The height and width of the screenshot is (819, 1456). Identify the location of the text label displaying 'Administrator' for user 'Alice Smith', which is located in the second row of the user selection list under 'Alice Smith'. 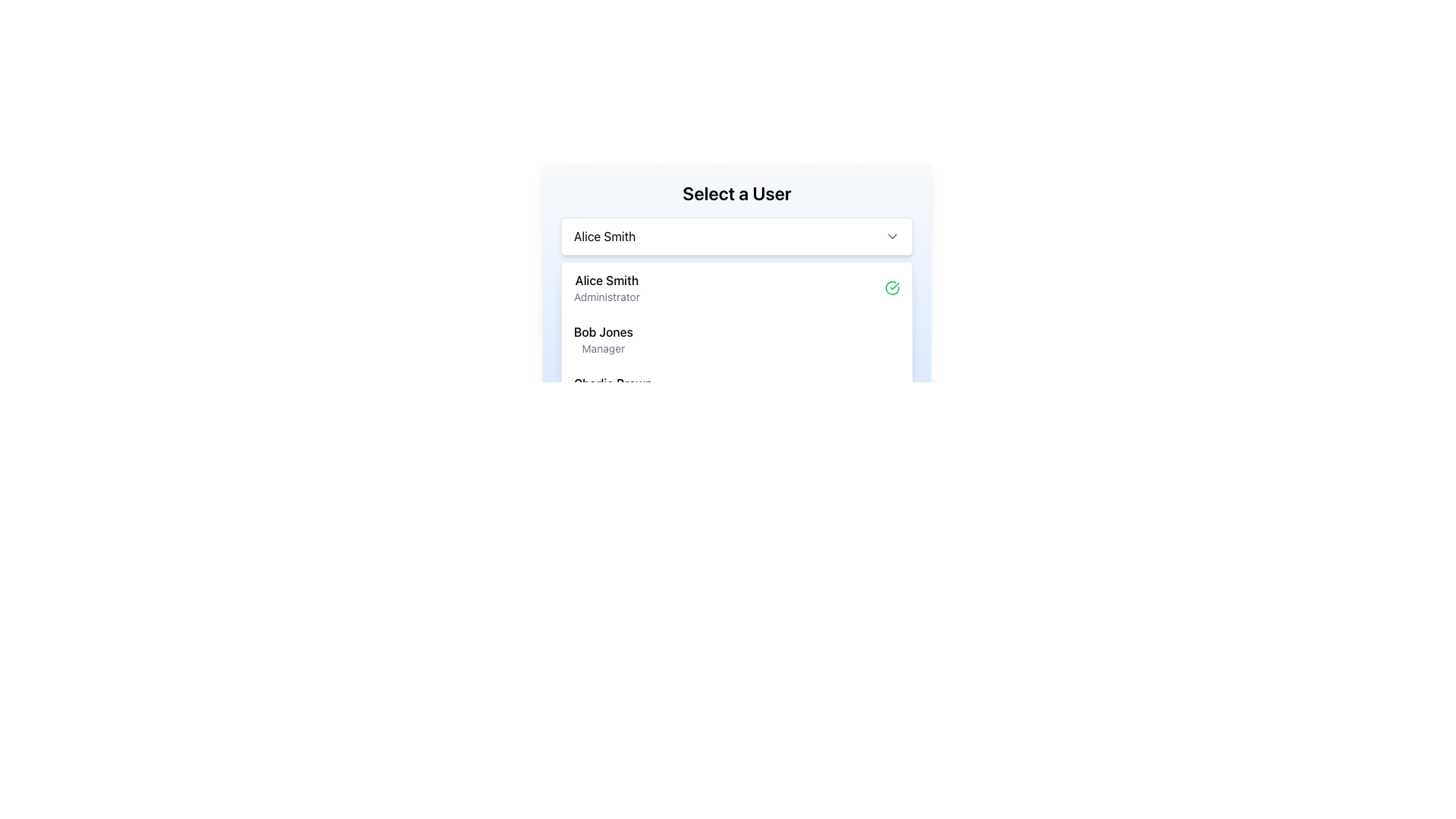
(607, 297).